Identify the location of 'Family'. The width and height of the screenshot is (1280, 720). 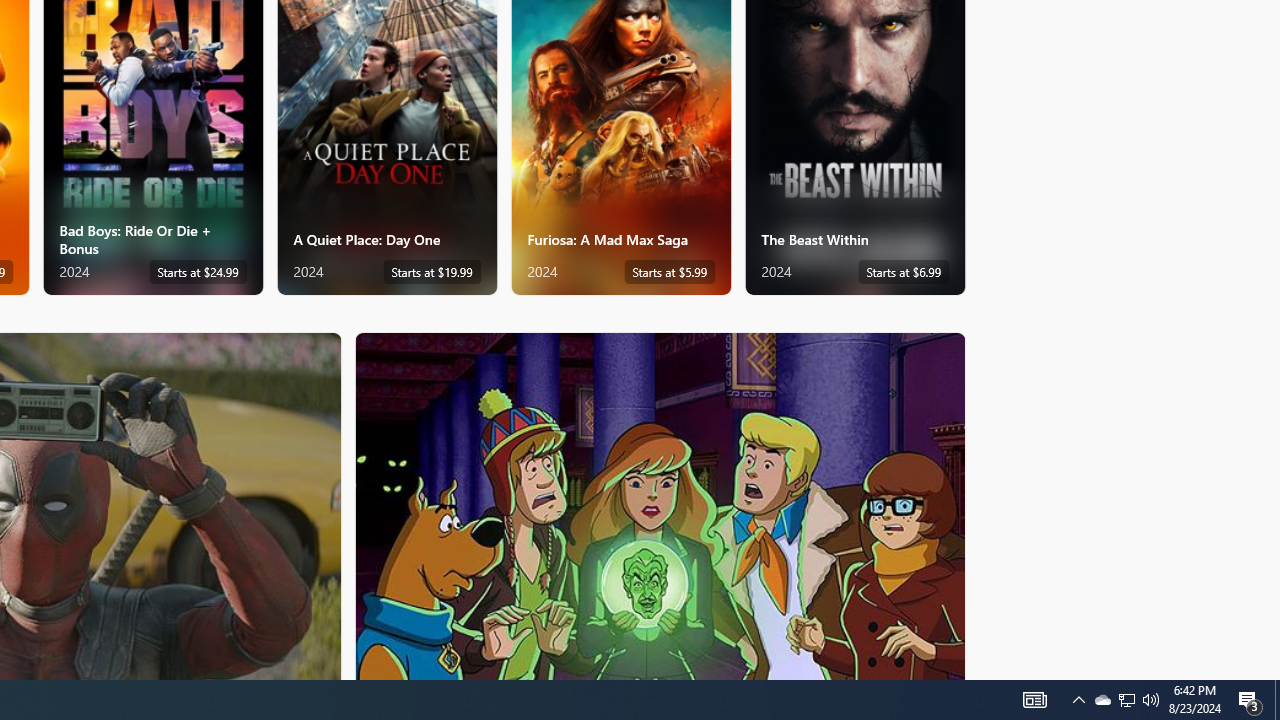
(660, 504).